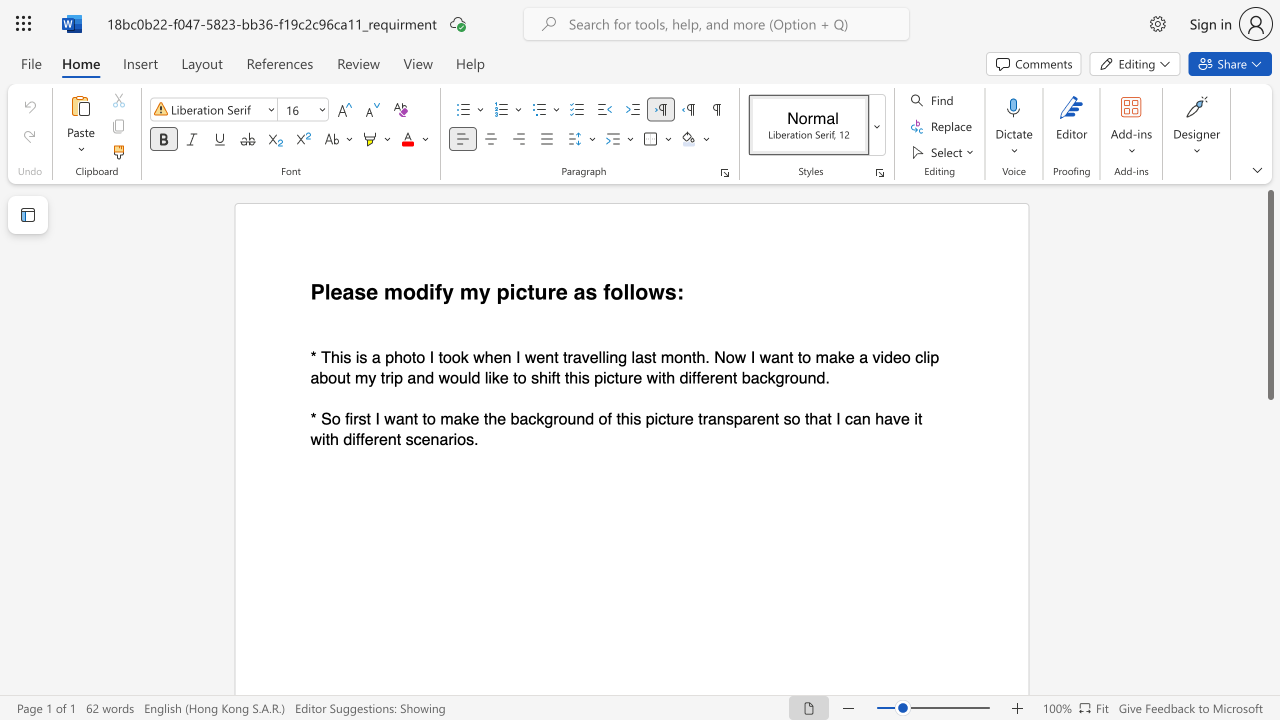  Describe the element at coordinates (590, 292) in the screenshot. I see `the 1th character "s" in the text` at that location.